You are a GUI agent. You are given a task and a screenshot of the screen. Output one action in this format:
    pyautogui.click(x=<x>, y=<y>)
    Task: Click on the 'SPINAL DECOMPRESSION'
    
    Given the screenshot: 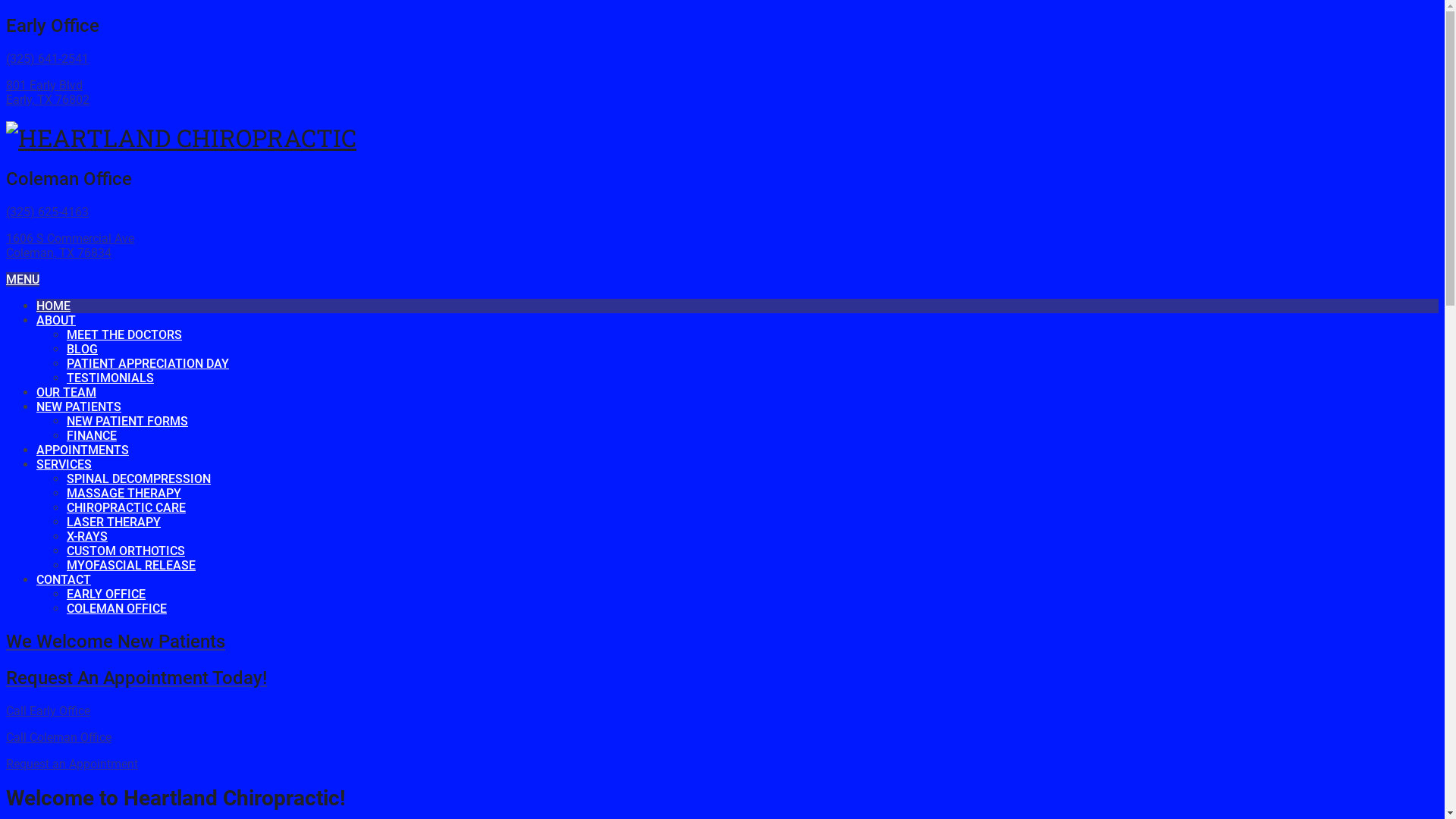 What is the action you would take?
    pyautogui.click(x=138, y=479)
    